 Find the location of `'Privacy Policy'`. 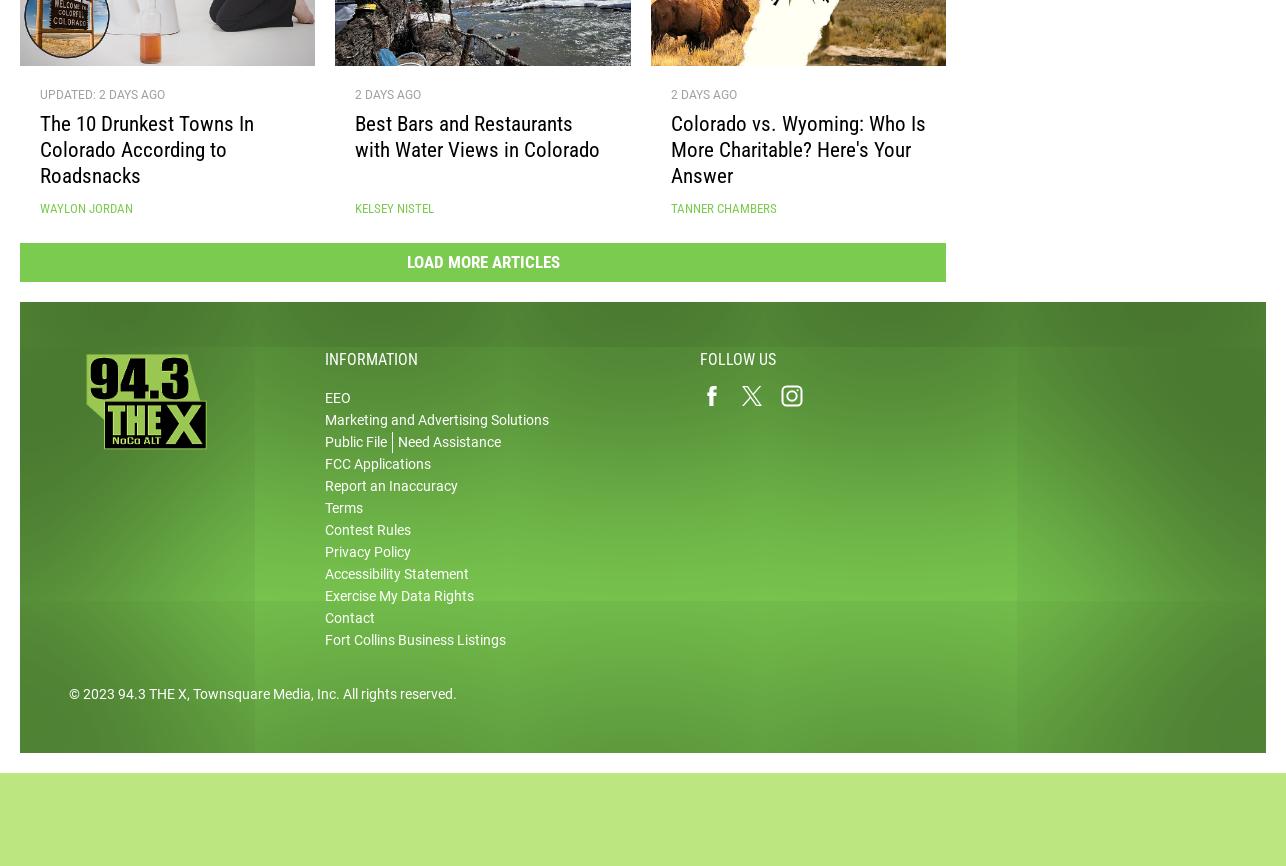

'Privacy Policy' is located at coordinates (367, 560).